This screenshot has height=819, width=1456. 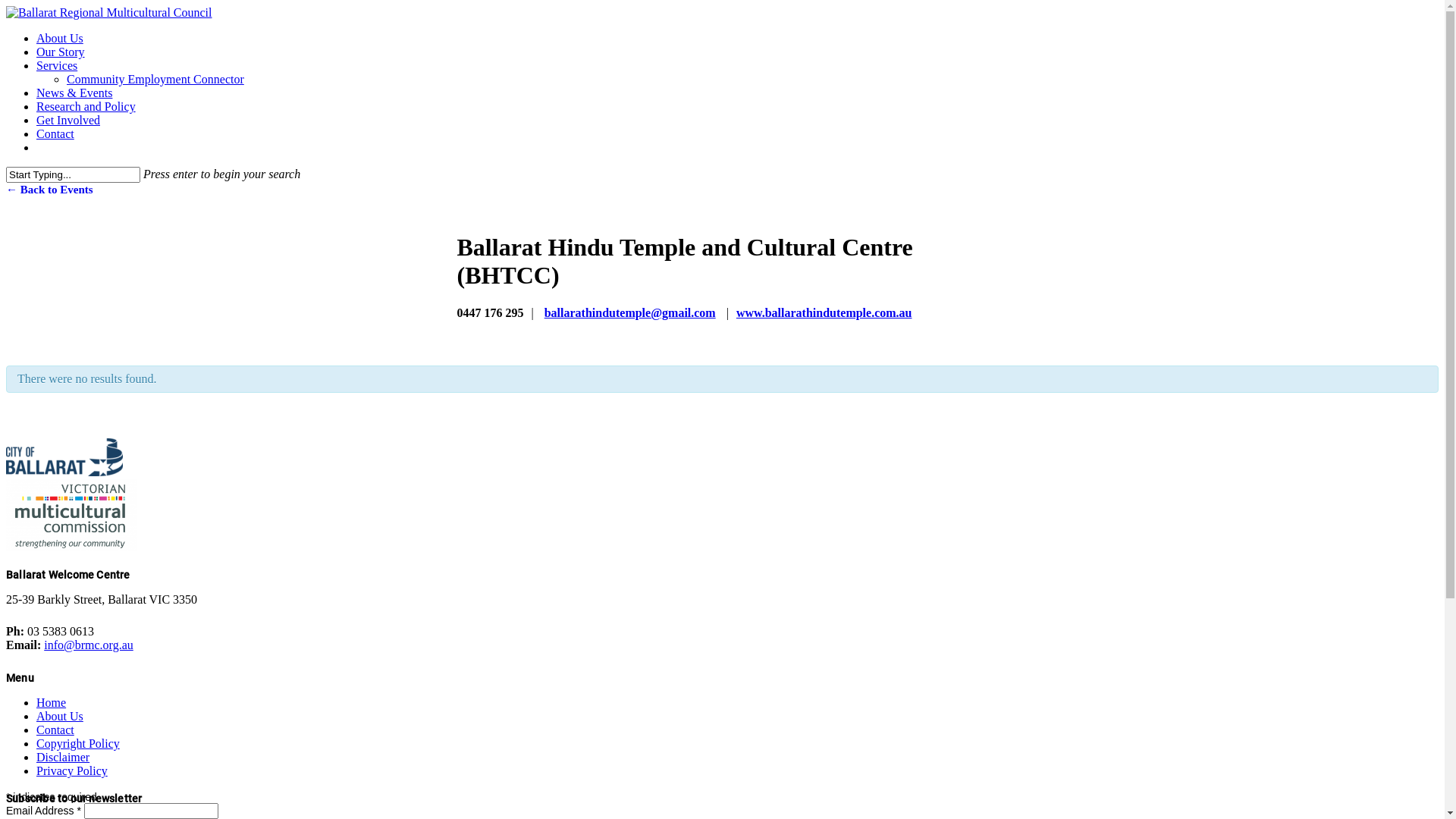 What do you see at coordinates (36, 757) in the screenshot?
I see `'Disclaimer'` at bounding box center [36, 757].